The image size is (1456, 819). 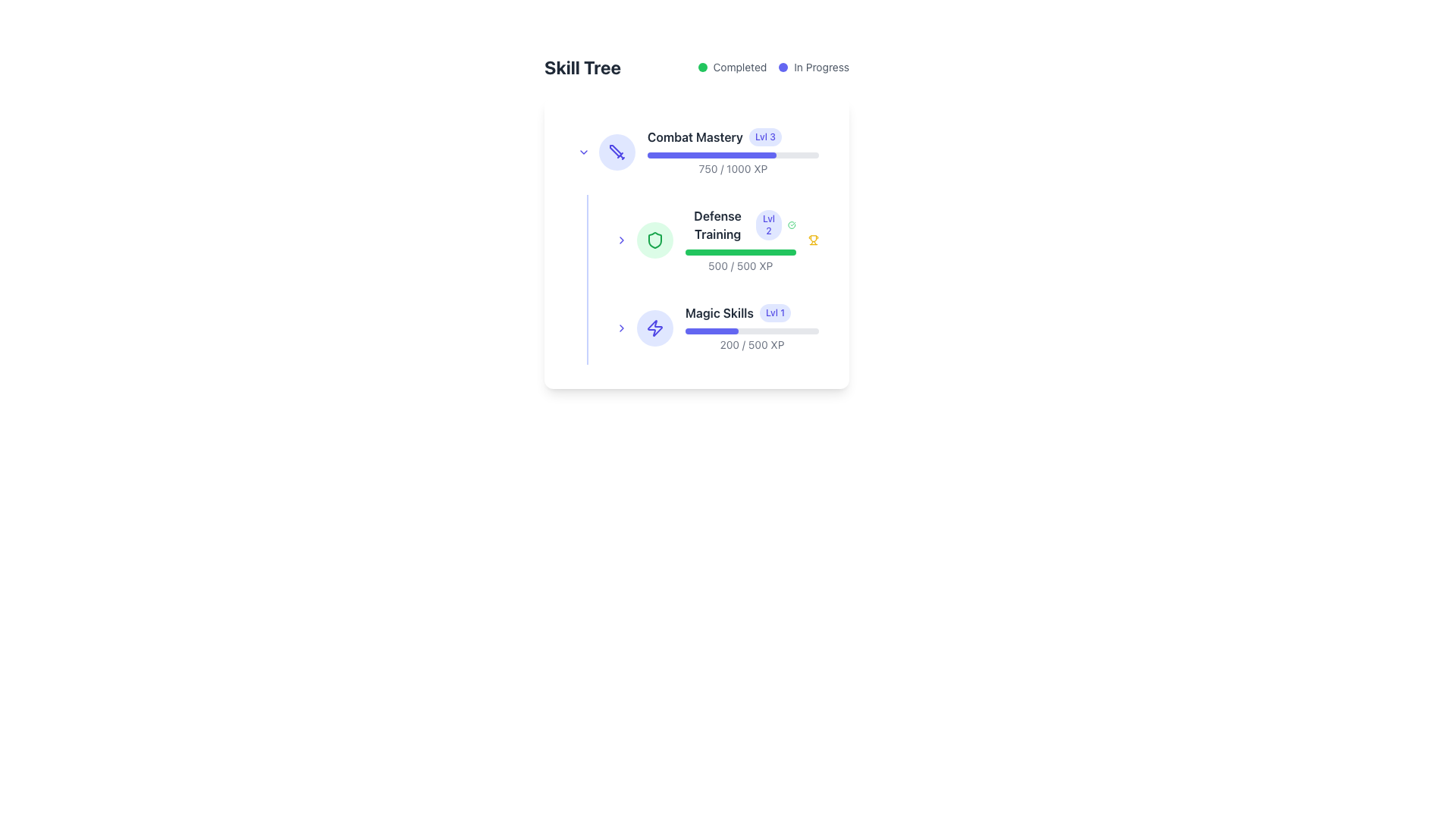 I want to click on the informational label displaying the achieved experience points for 'Defense Training', located under the progress bar and adjacent to the 'Lvl 2' badge and green checkmark icon, so click(x=740, y=265).